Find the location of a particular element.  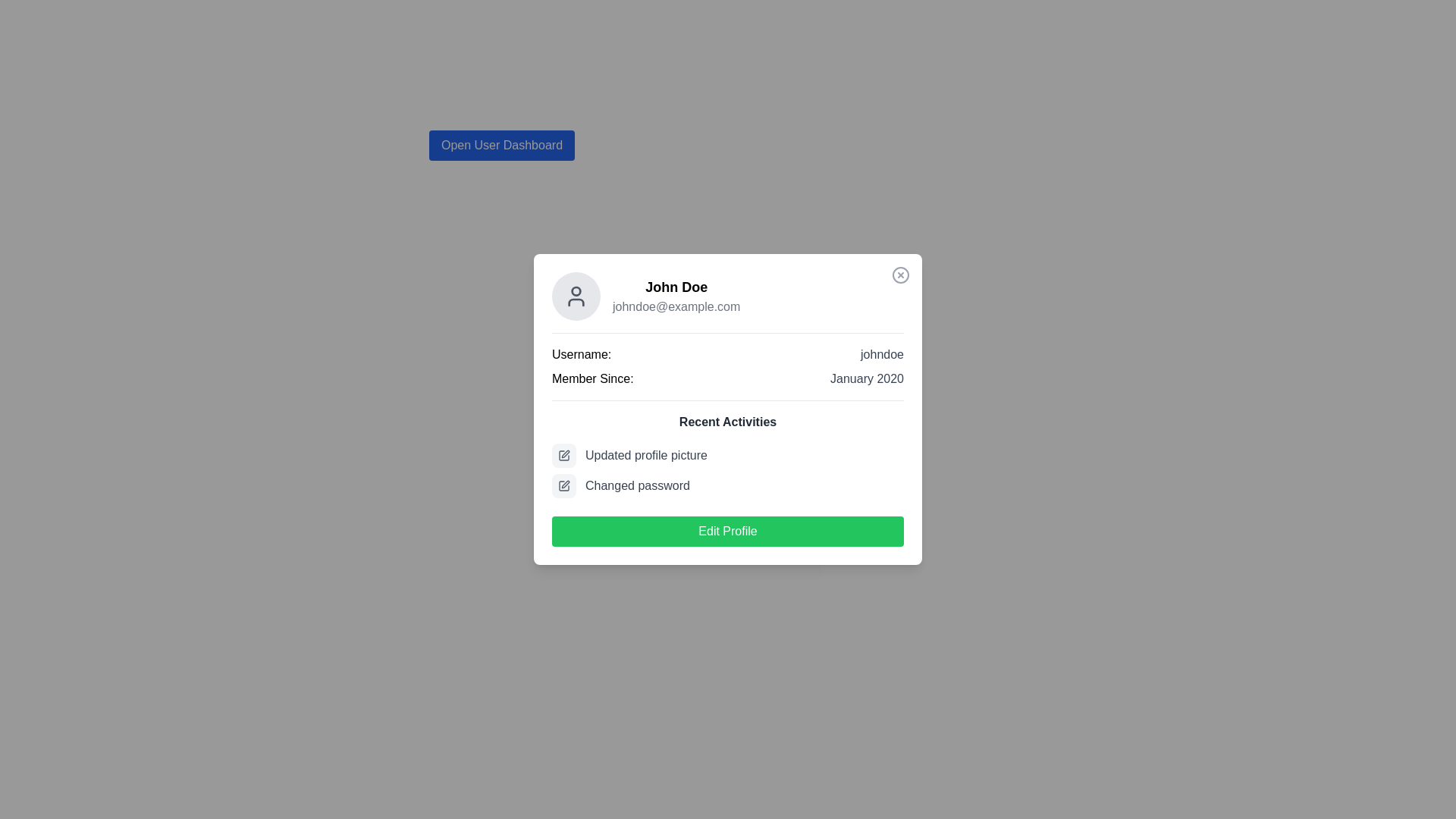

the Text Label that indicates the user's membership start date, positioned beneath the username label in the user profile card panel is located at coordinates (591, 378).